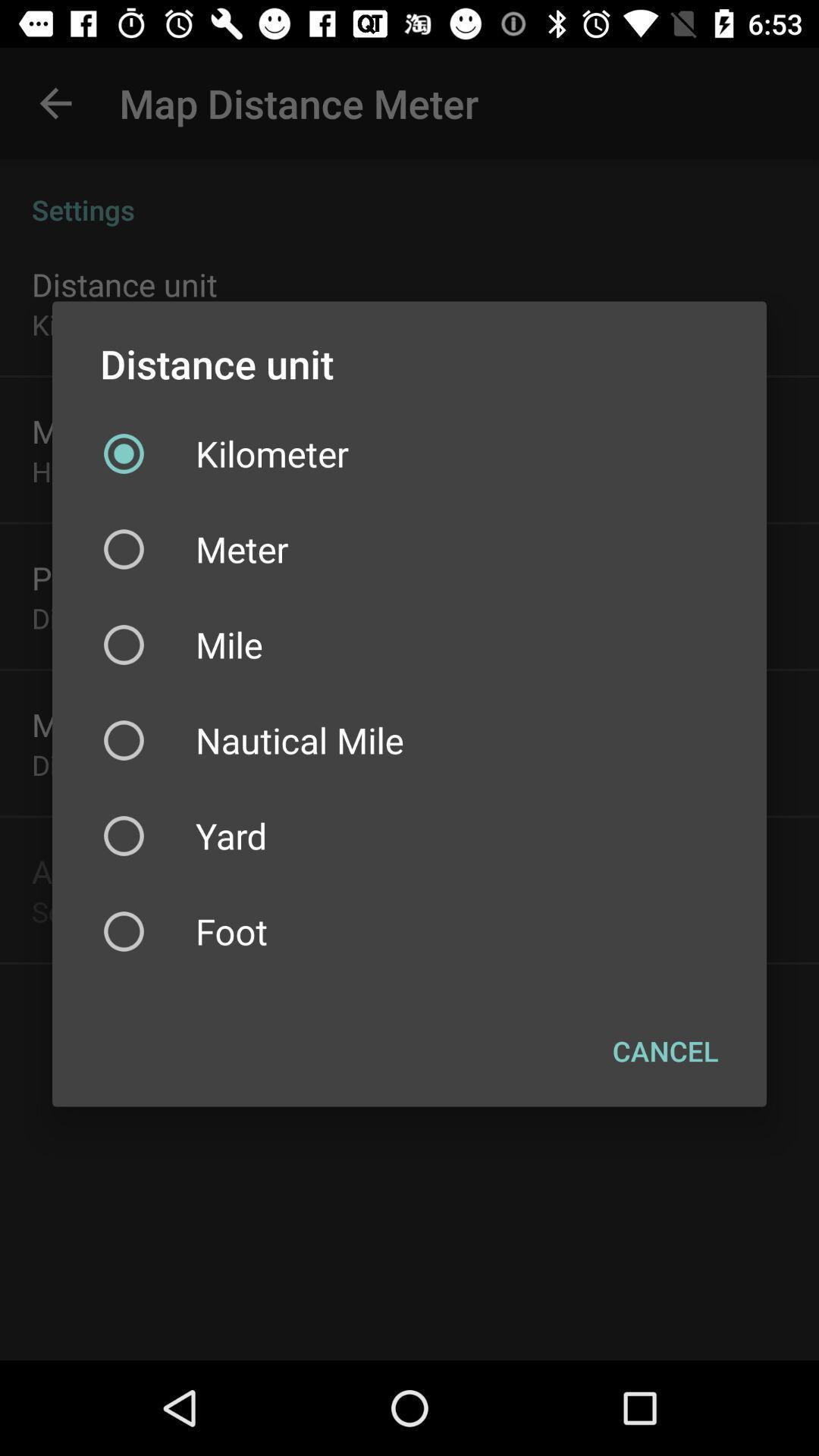  What do you see at coordinates (664, 1050) in the screenshot?
I see `the cancel item` at bounding box center [664, 1050].